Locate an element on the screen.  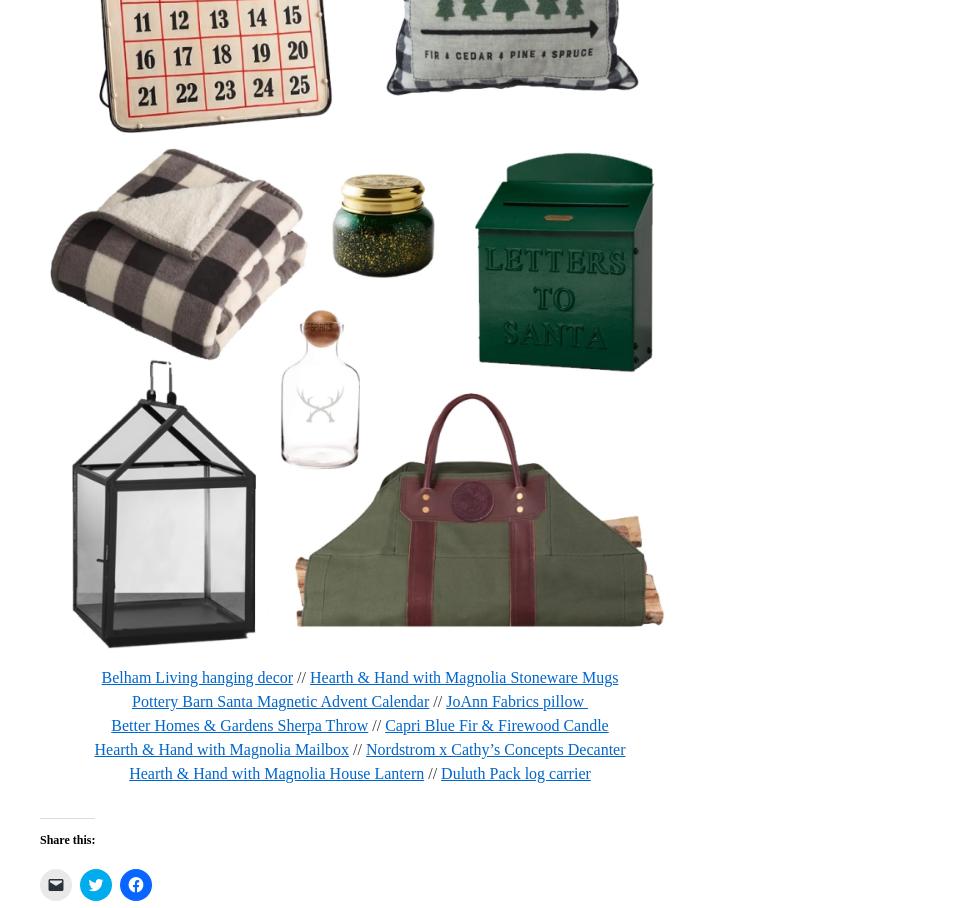
'Hearth & Hand with Magnolia Mailbox' is located at coordinates (221, 748).